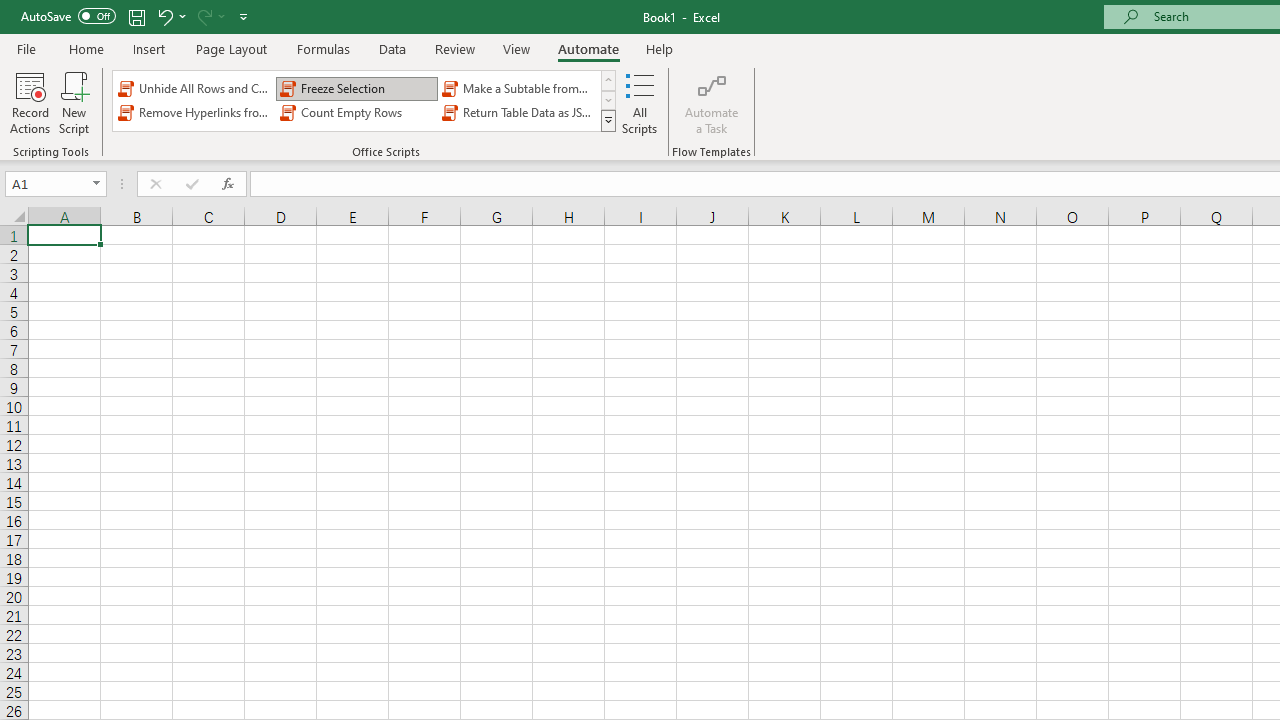  What do you see at coordinates (135, 16) in the screenshot?
I see `'Save'` at bounding box center [135, 16].